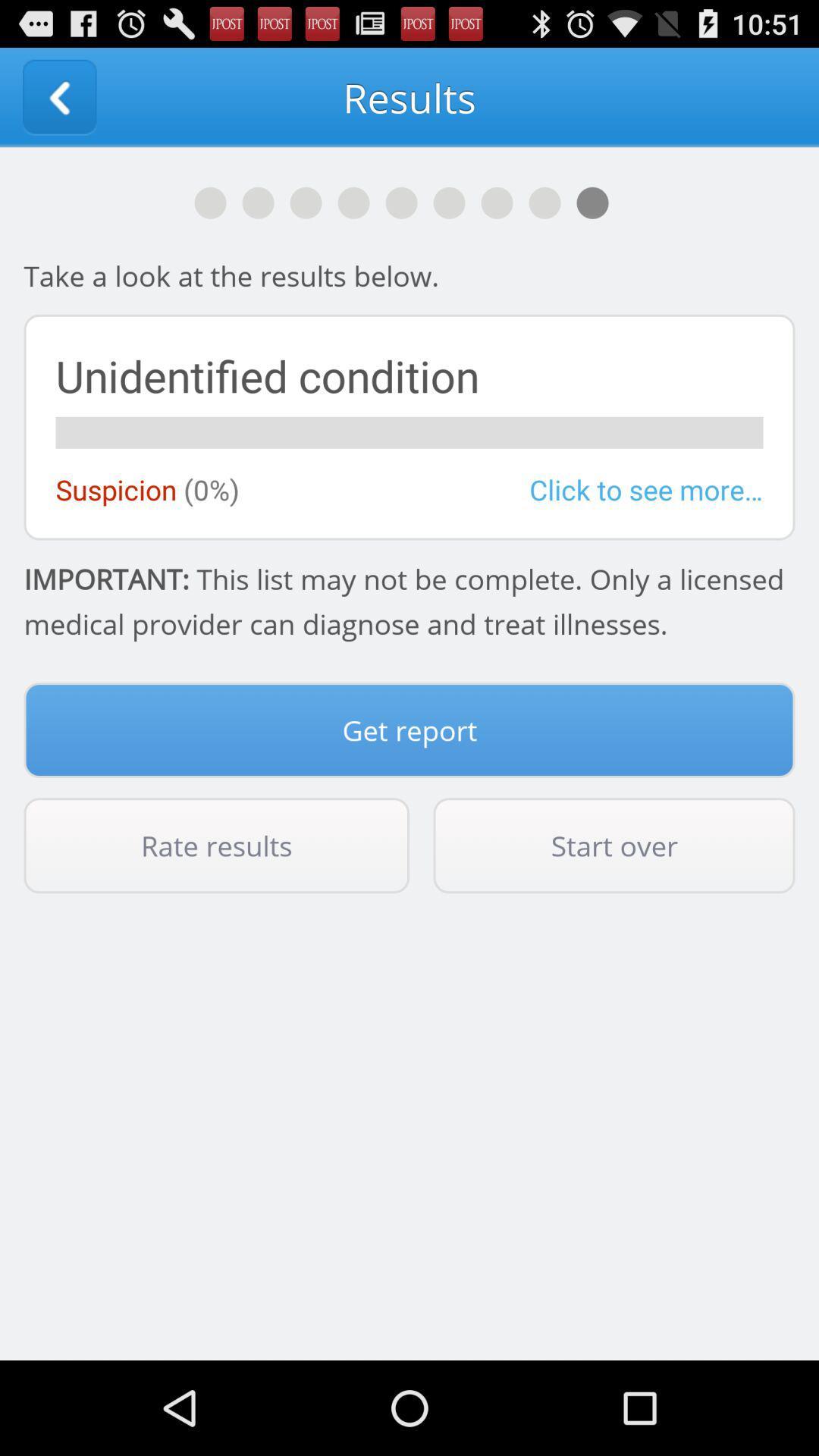 The image size is (819, 1456). I want to click on start over, so click(614, 844).